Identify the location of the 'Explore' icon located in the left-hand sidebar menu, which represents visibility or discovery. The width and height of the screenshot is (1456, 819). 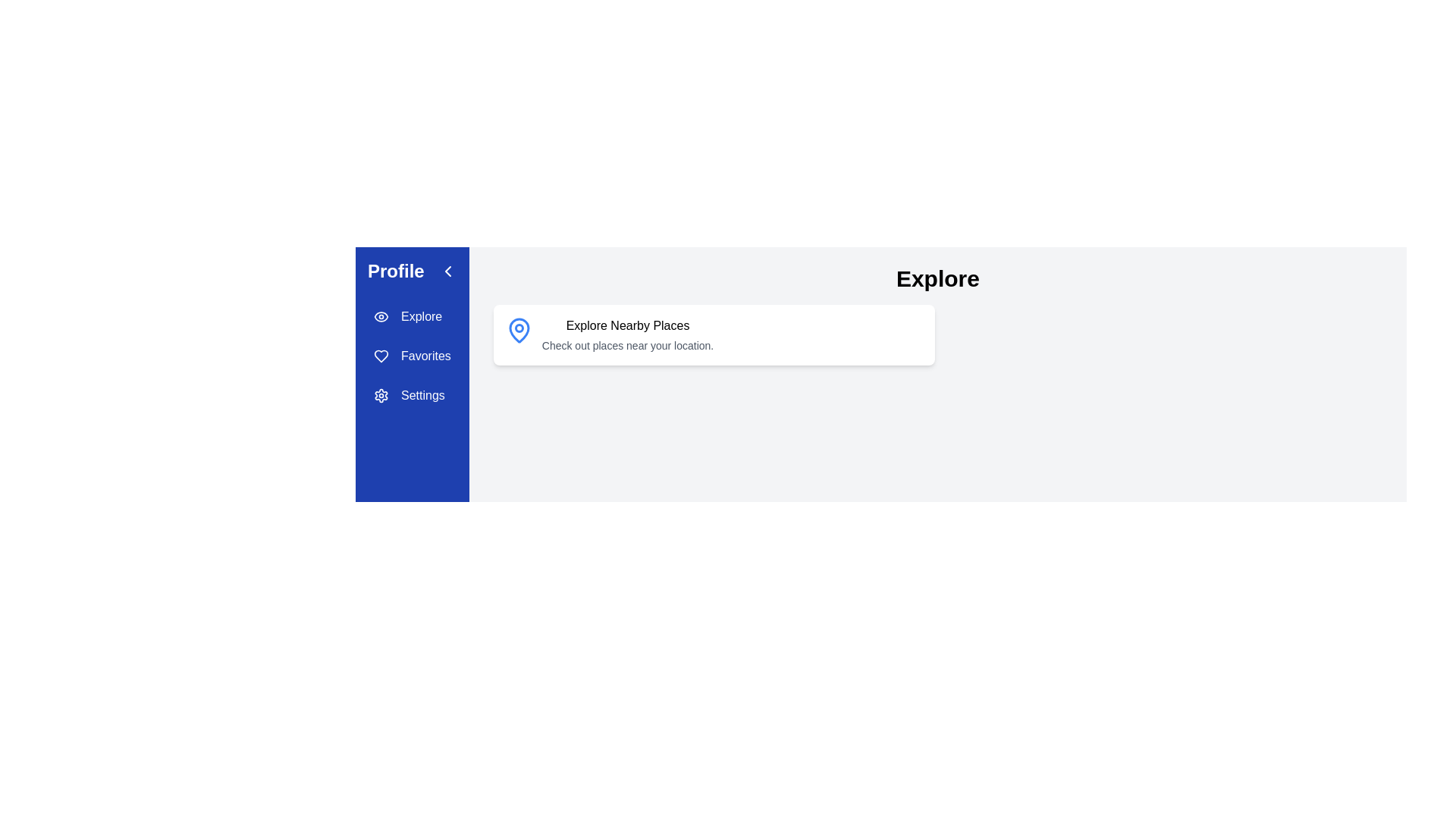
(381, 315).